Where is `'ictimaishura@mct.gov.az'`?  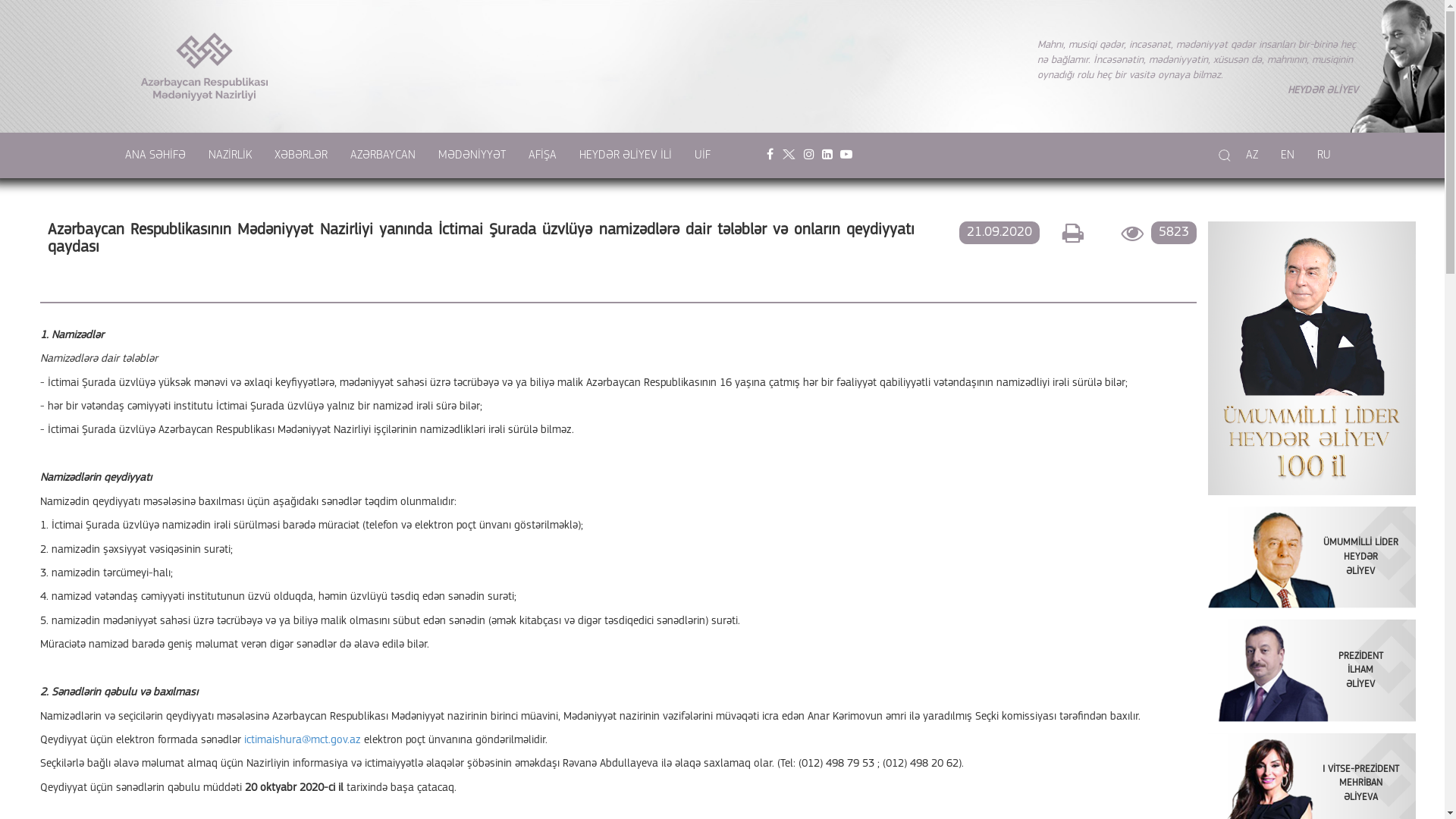
'ictimaishura@mct.gov.az' is located at coordinates (302, 739).